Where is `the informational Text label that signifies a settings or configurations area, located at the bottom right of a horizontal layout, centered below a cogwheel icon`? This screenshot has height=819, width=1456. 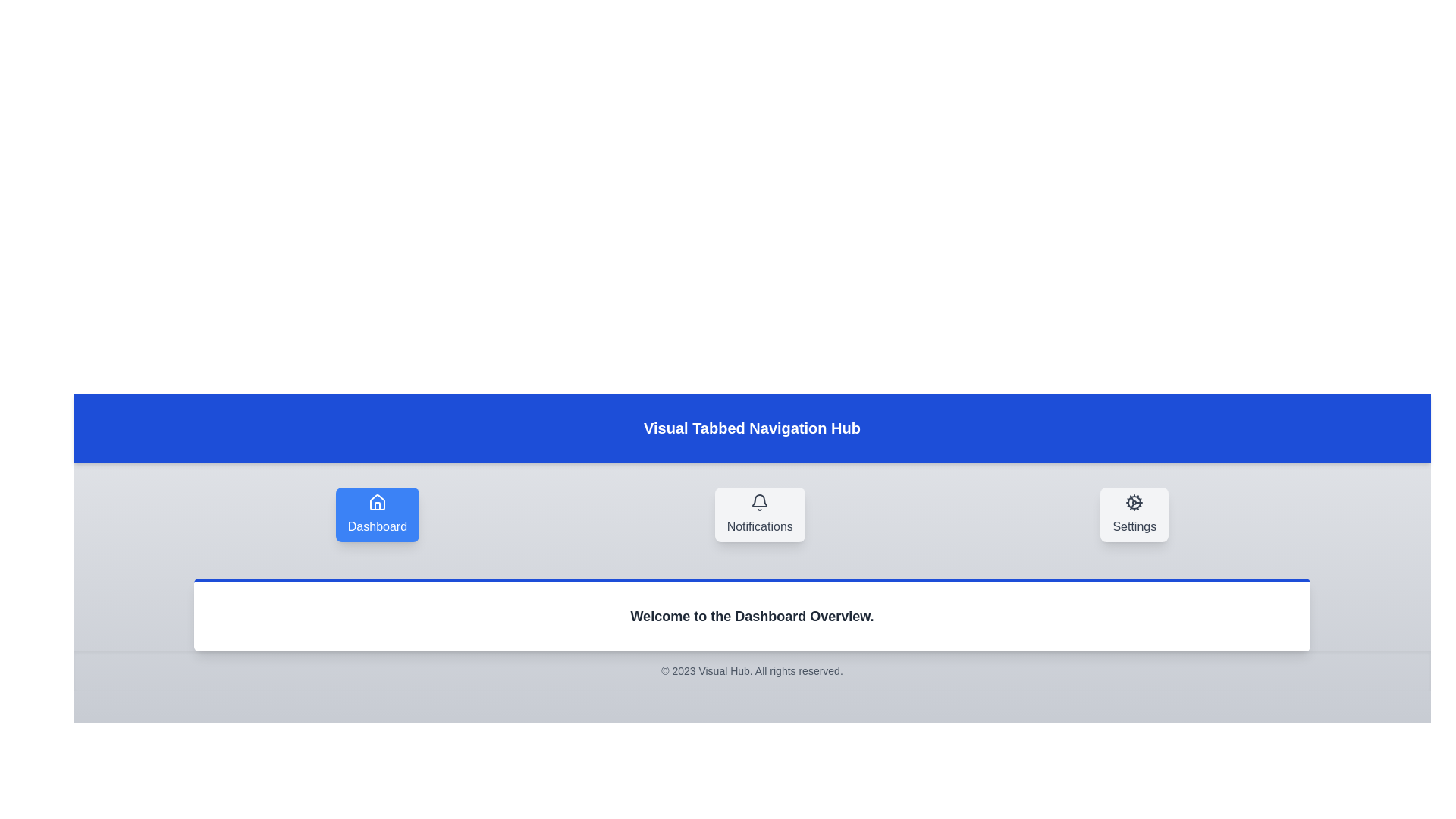 the informational Text label that signifies a settings or configurations area, located at the bottom right of a horizontal layout, centered below a cogwheel icon is located at coordinates (1134, 526).